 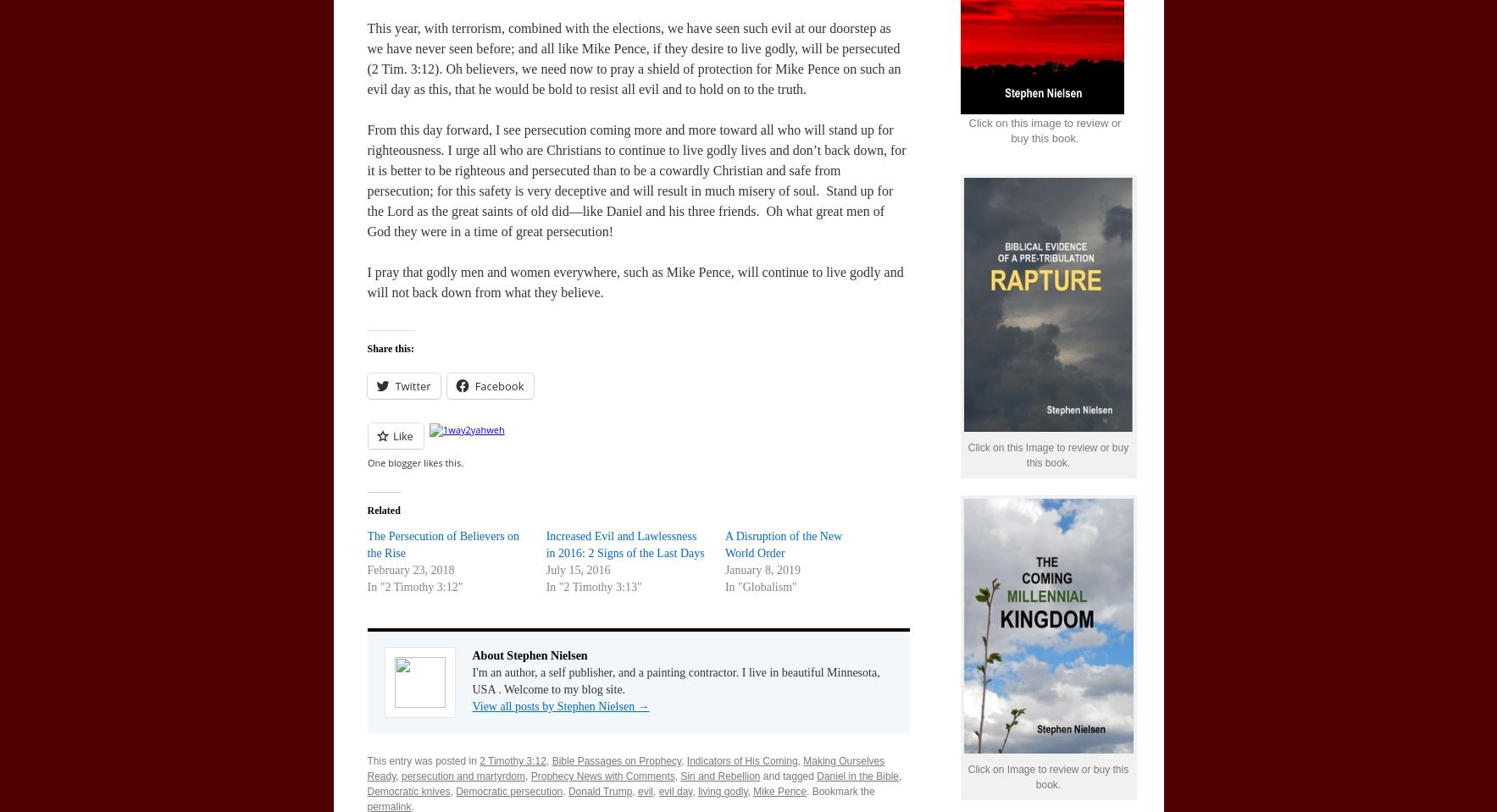 I want to click on '2 Timothy 3:12', so click(x=512, y=760).